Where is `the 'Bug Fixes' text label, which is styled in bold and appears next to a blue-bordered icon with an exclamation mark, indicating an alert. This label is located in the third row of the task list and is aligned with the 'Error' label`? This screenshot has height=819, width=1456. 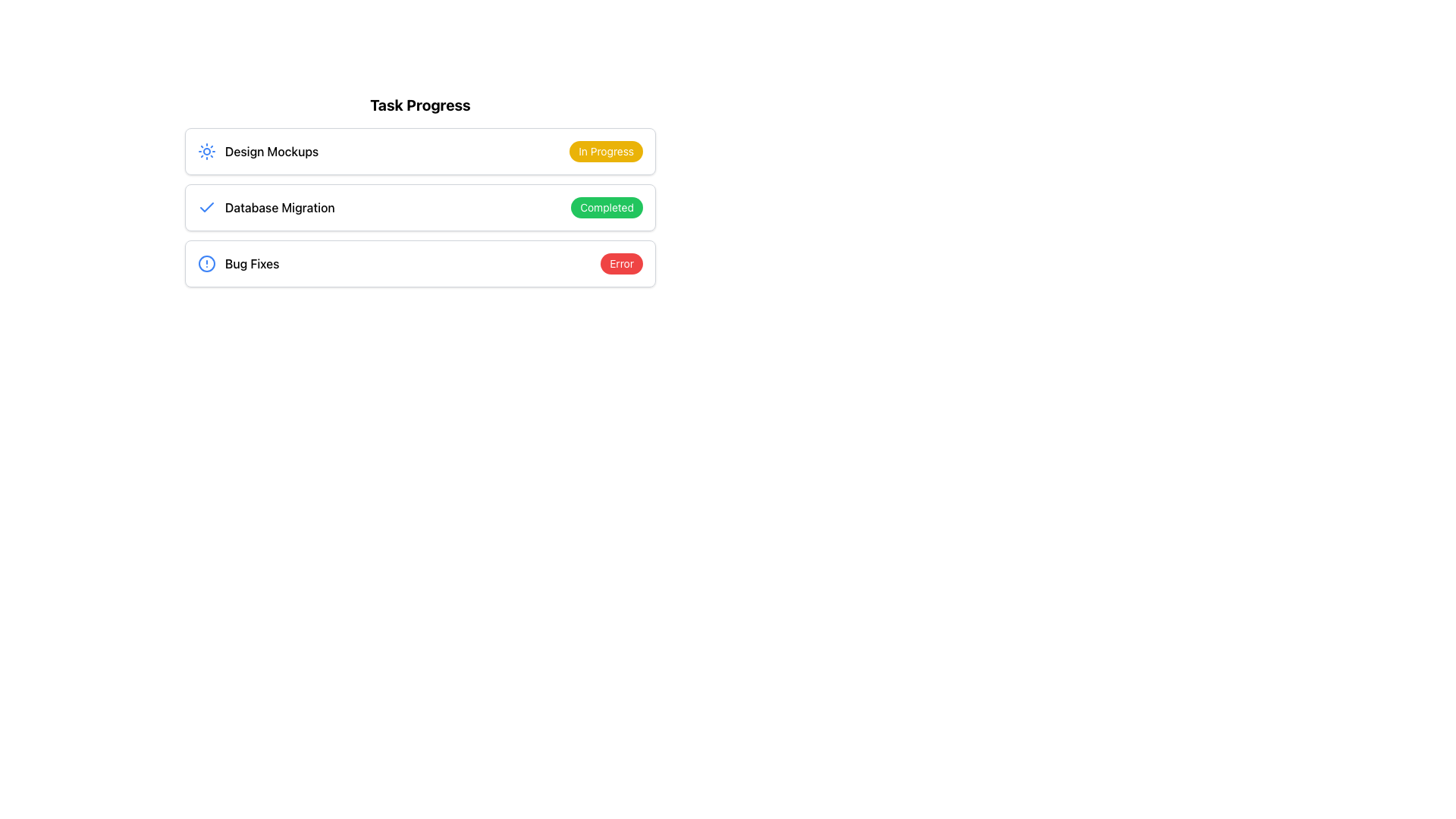 the 'Bug Fixes' text label, which is styled in bold and appears next to a blue-bordered icon with an exclamation mark, indicating an alert. This label is located in the third row of the task list and is aligned with the 'Error' label is located at coordinates (237, 262).